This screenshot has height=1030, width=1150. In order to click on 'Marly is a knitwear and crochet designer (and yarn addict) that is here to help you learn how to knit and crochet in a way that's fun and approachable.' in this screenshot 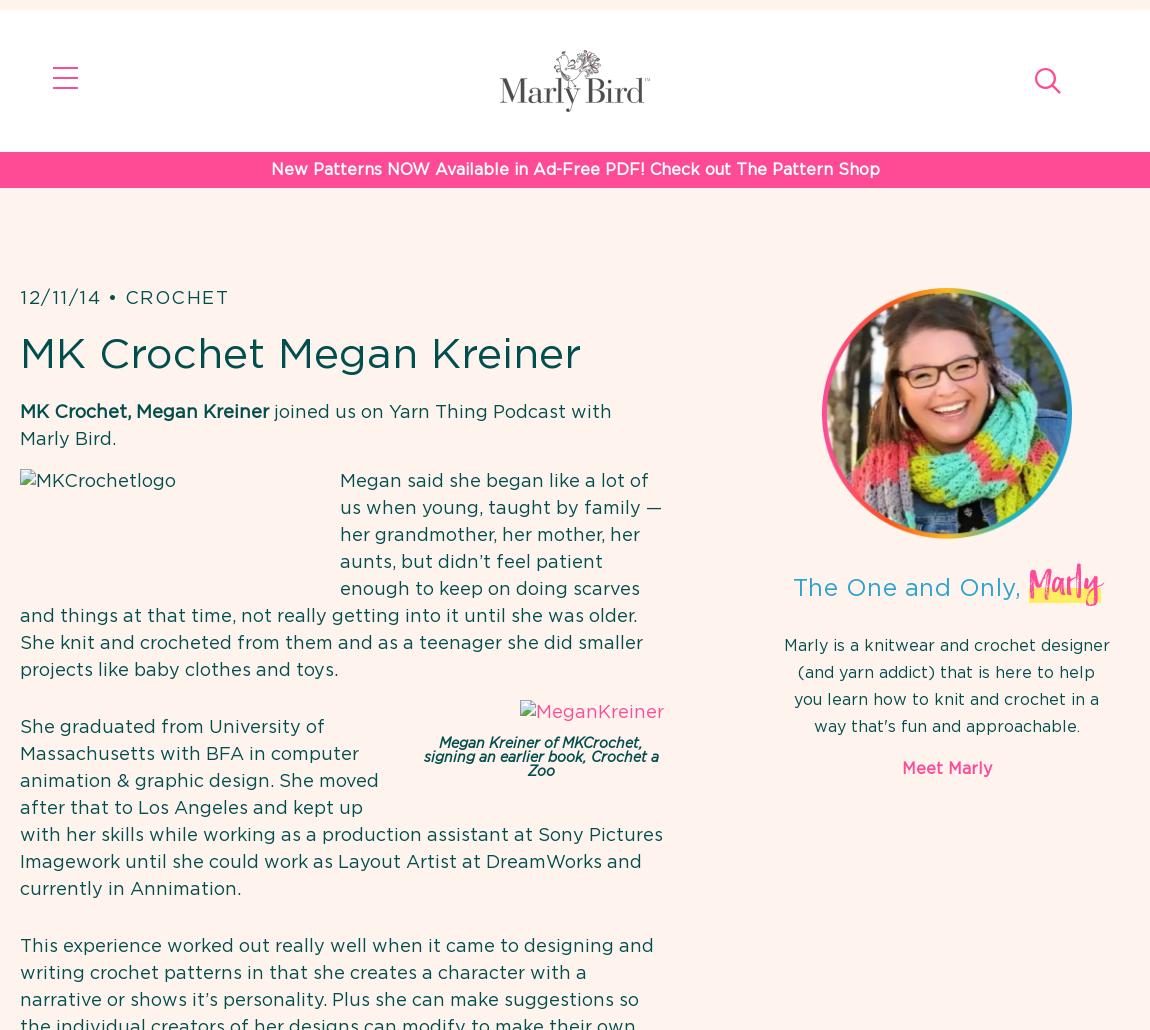, I will do `click(782, 684)`.